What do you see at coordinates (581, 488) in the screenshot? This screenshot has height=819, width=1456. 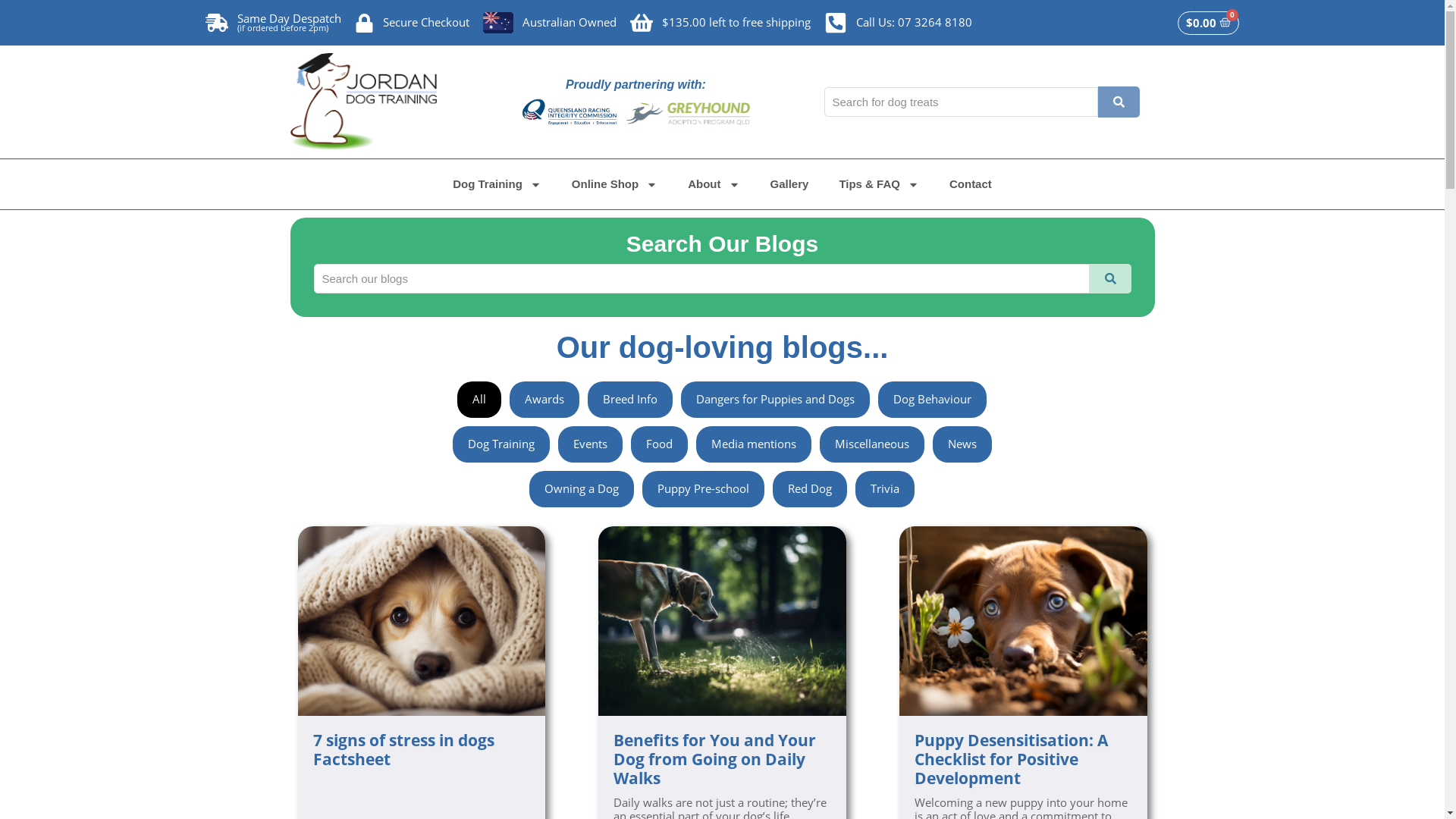 I see `'Owning a Dog'` at bounding box center [581, 488].